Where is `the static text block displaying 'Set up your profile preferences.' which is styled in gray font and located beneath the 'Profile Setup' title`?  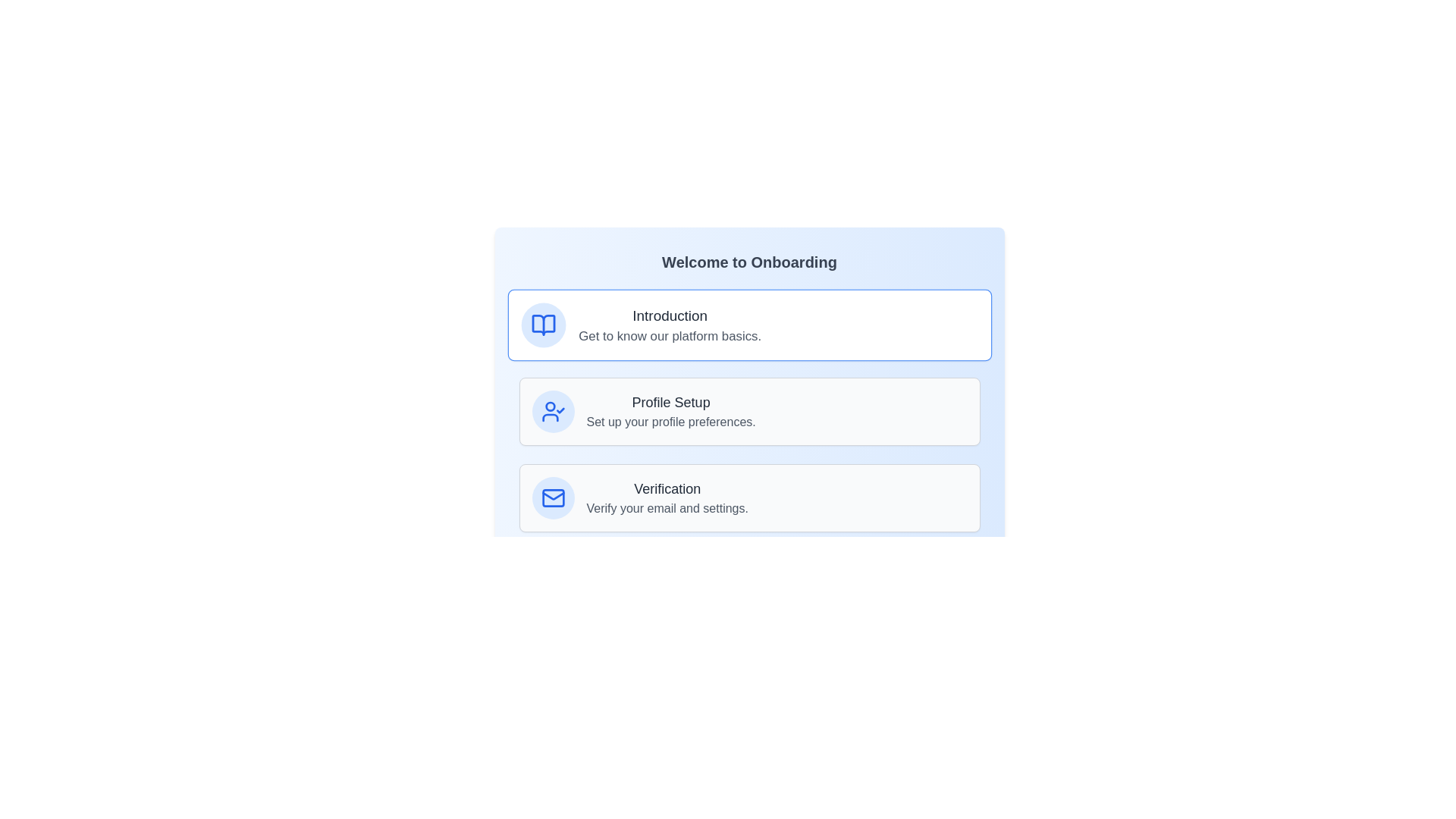
the static text block displaying 'Set up your profile preferences.' which is styled in gray font and located beneath the 'Profile Setup' title is located at coordinates (670, 422).